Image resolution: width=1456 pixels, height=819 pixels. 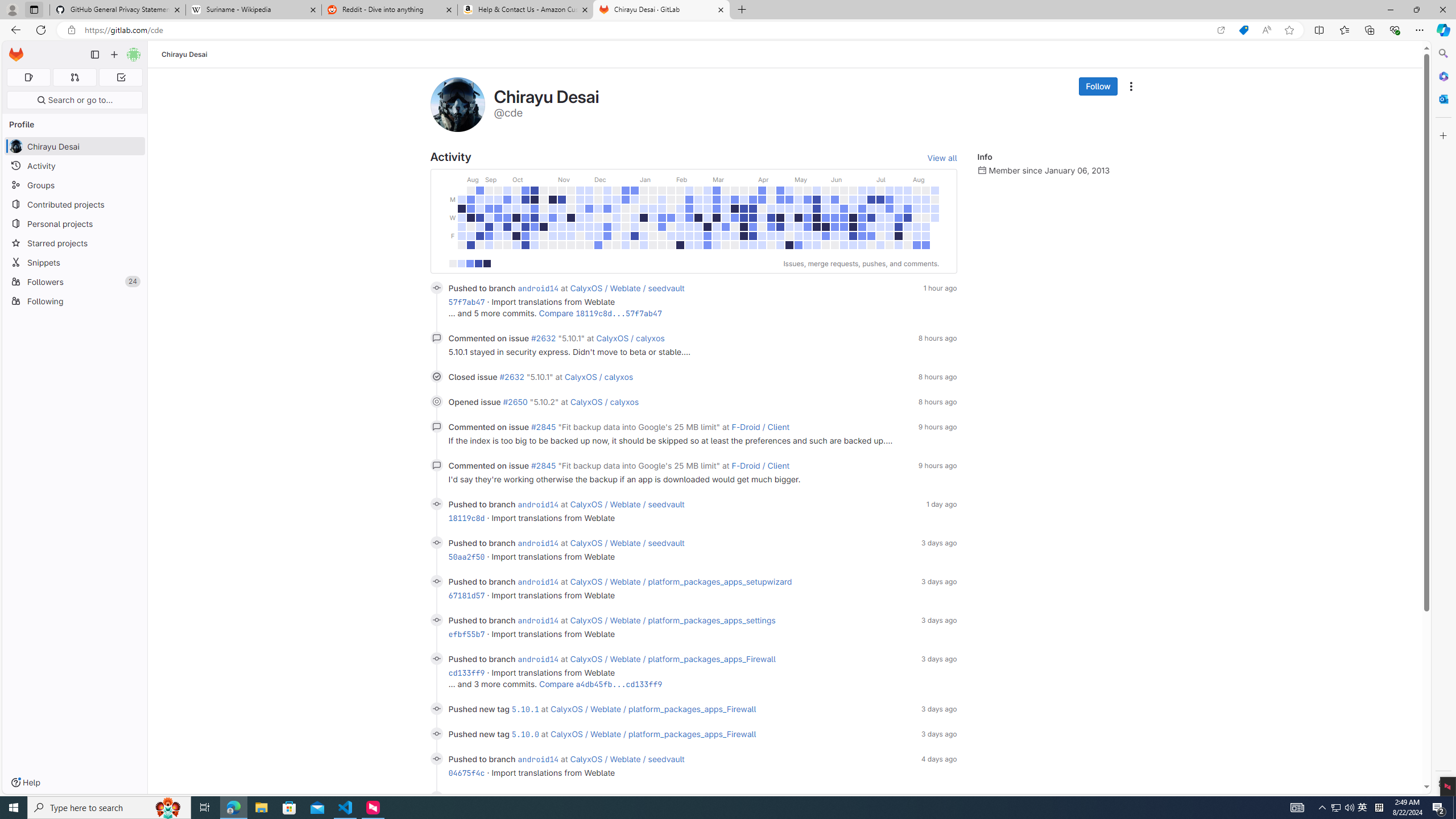 What do you see at coordinates (466, 634) in the screenshot?
I see `'efbf55b7'` at bounding box center [466, 634].